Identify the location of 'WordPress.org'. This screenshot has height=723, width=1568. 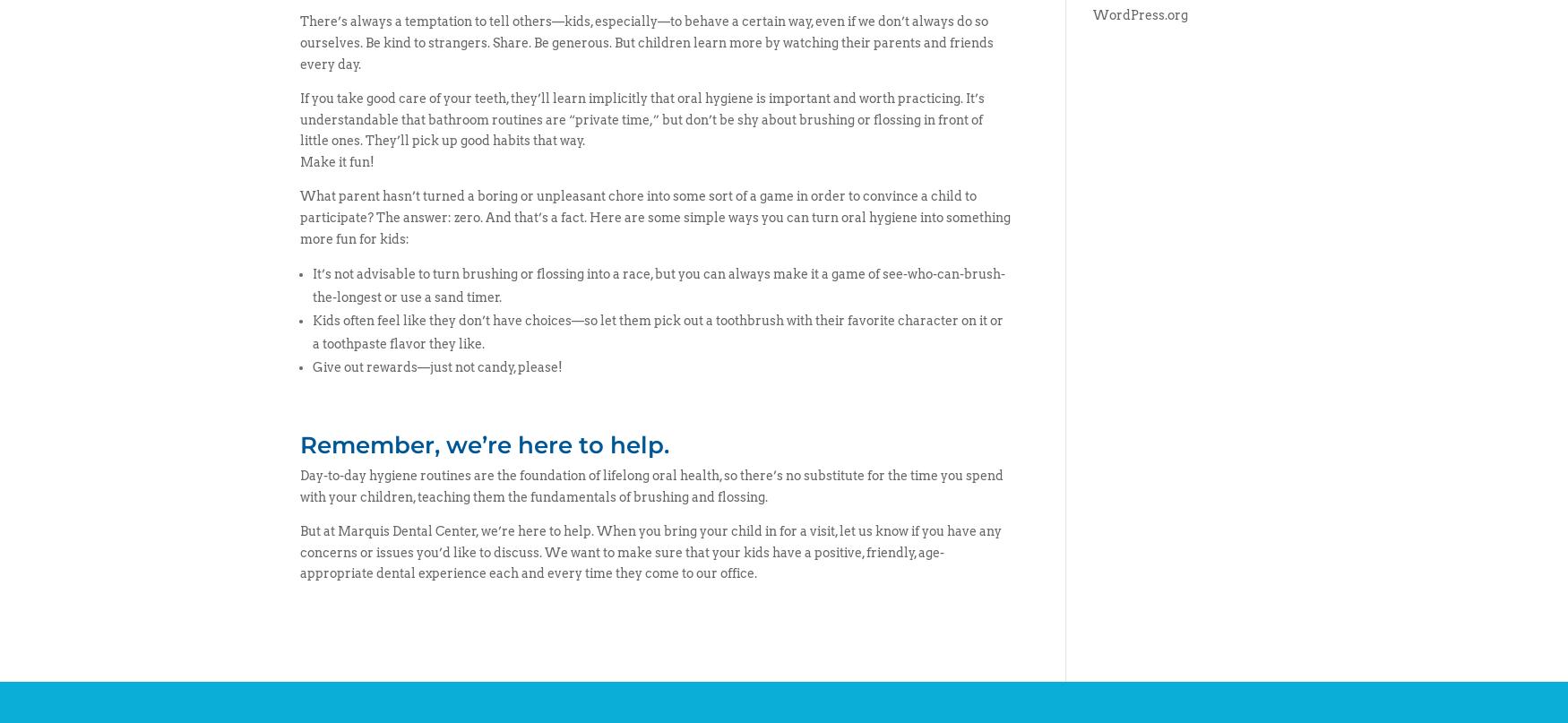
(1139, 15).